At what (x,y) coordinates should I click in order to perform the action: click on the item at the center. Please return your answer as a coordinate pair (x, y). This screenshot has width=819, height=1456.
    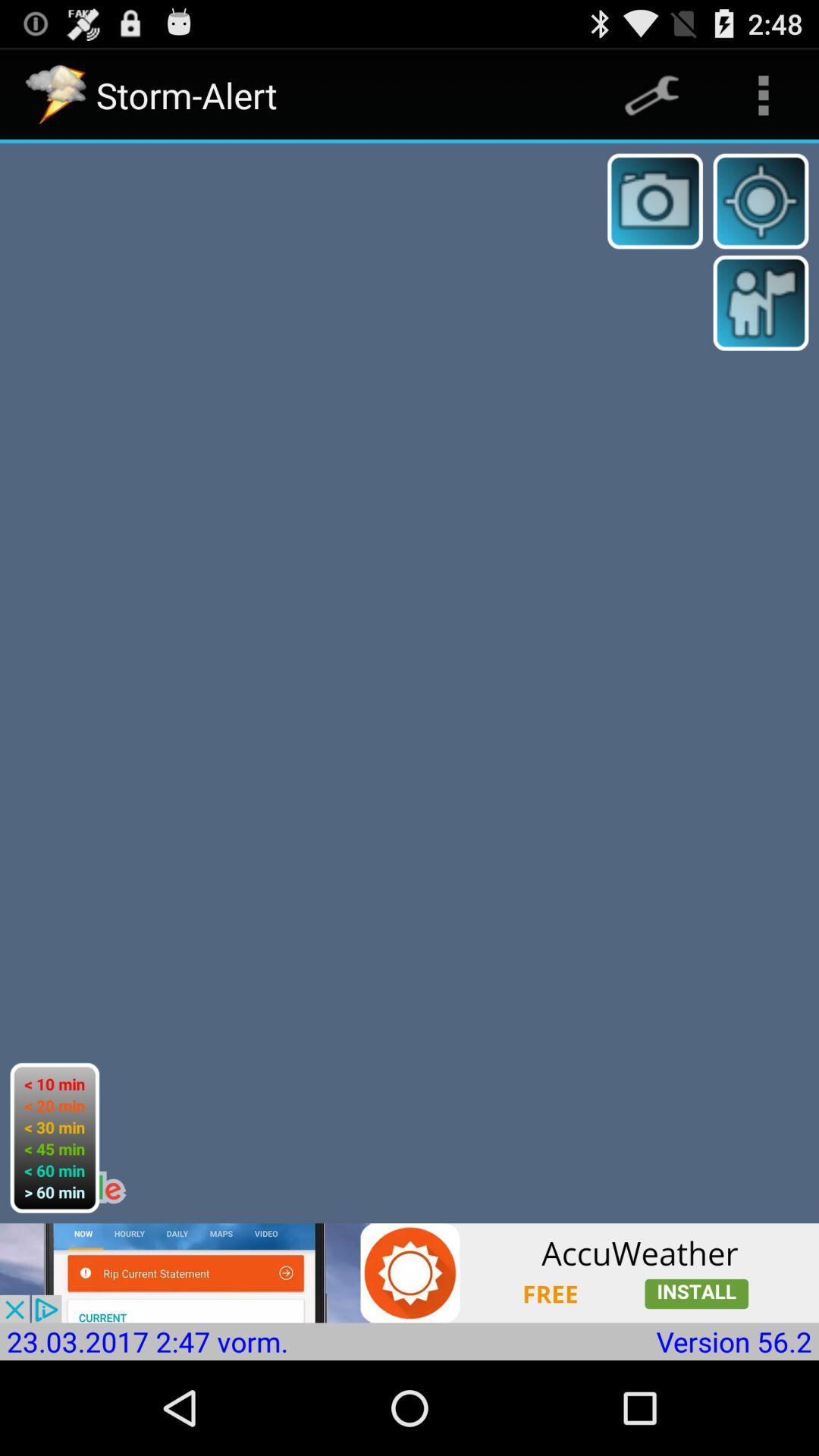
    Looking at the image, I should click on (409, 682).